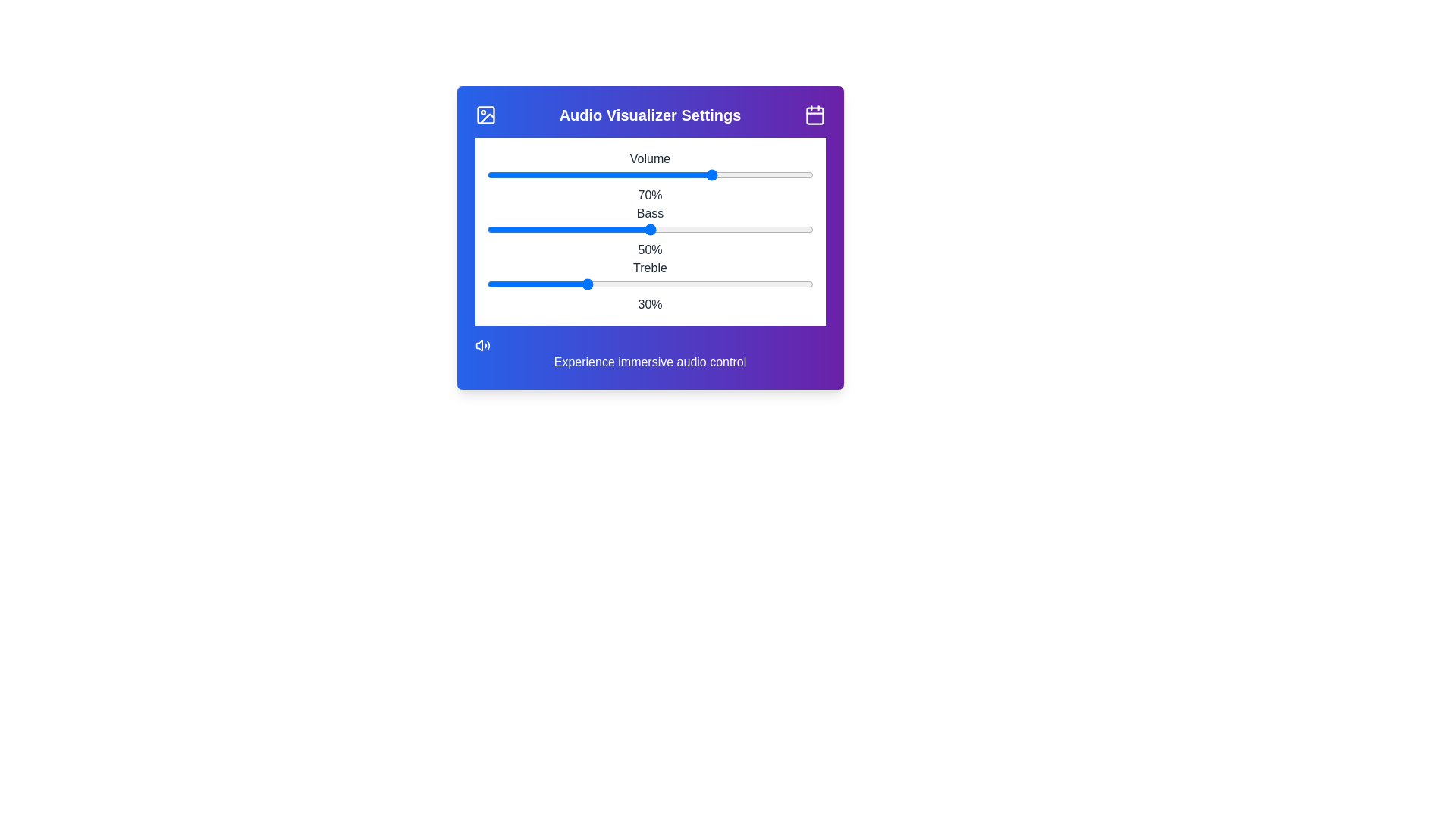 This screenshot has height=819, width=1456. Describe the element at coordinates (604, 174) in the screenshot. I see `the volume slider to set the volume to 37%` at that location.